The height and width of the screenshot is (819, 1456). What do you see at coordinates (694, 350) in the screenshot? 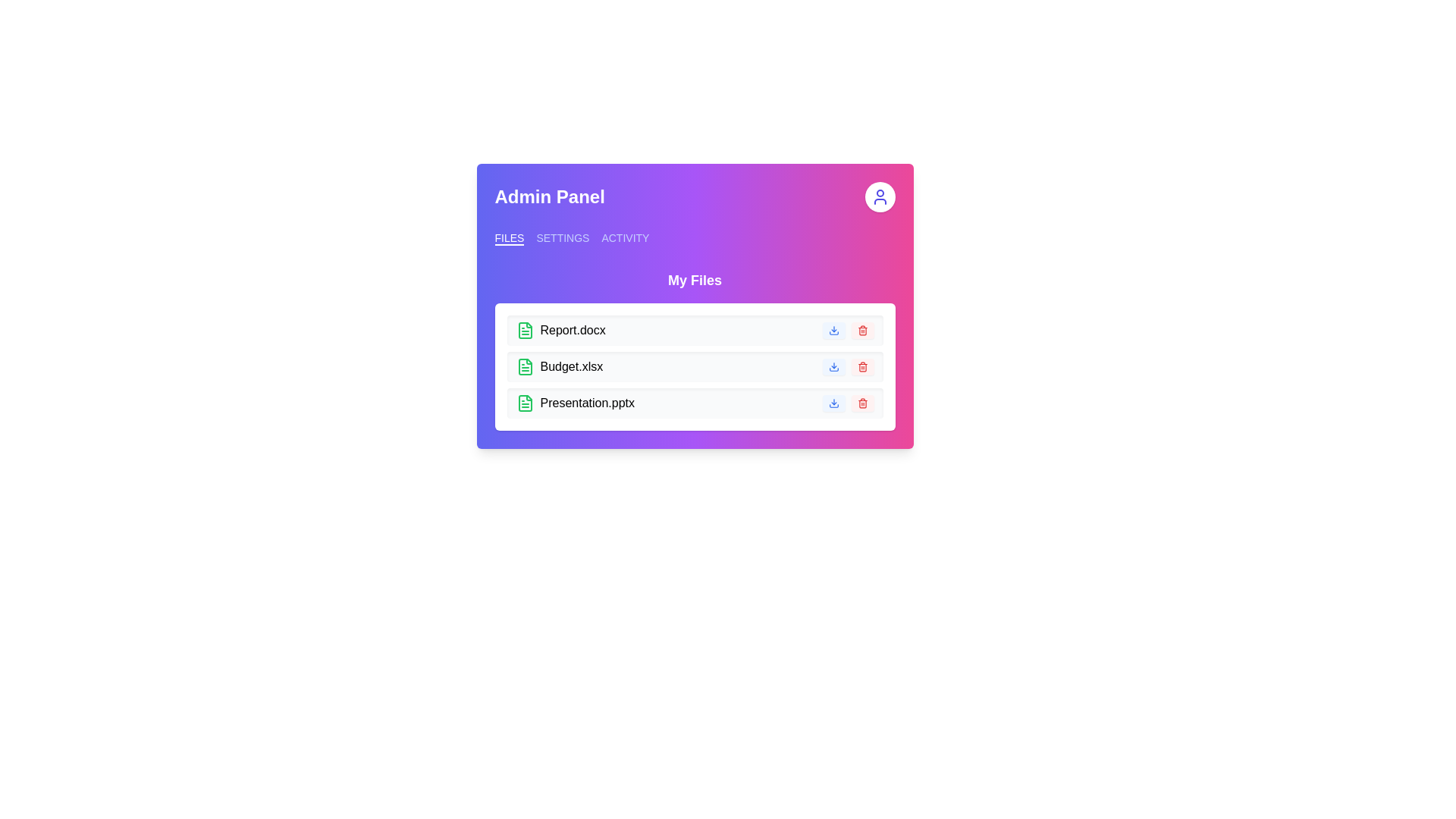
I see `the file name 'Budget.xlsx' in the 'My Files' list` at bounding box center [694, 350].